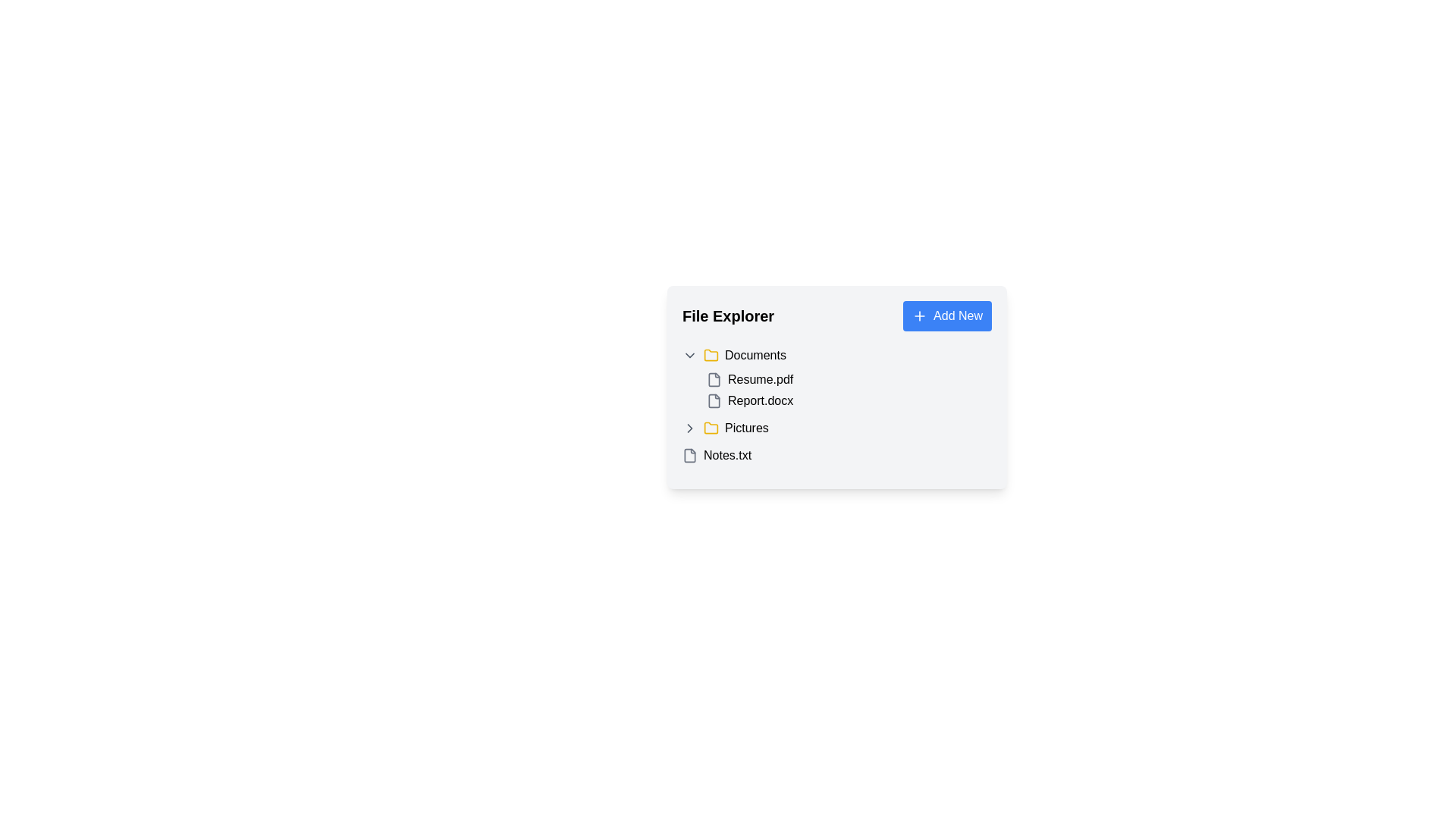  What do you see at coordinates (836, 377) in the screenshot?
I see `the 'Documents' folder` at bounding box center [836, 377].